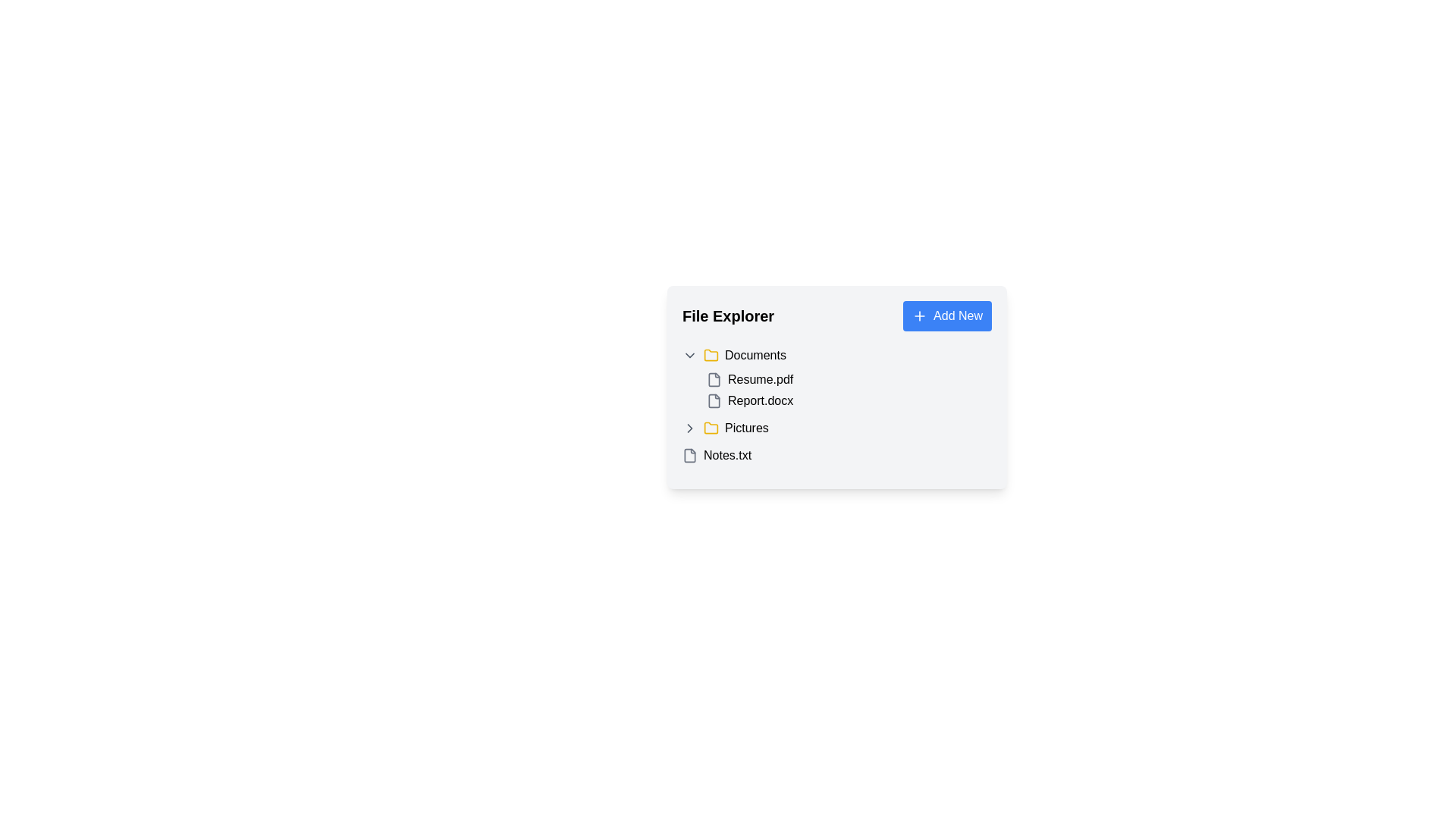  What do you see at coordinates (836, 377) in the screenshot?
I see `the 'Documents' folder` at bounding box center [836, 377].